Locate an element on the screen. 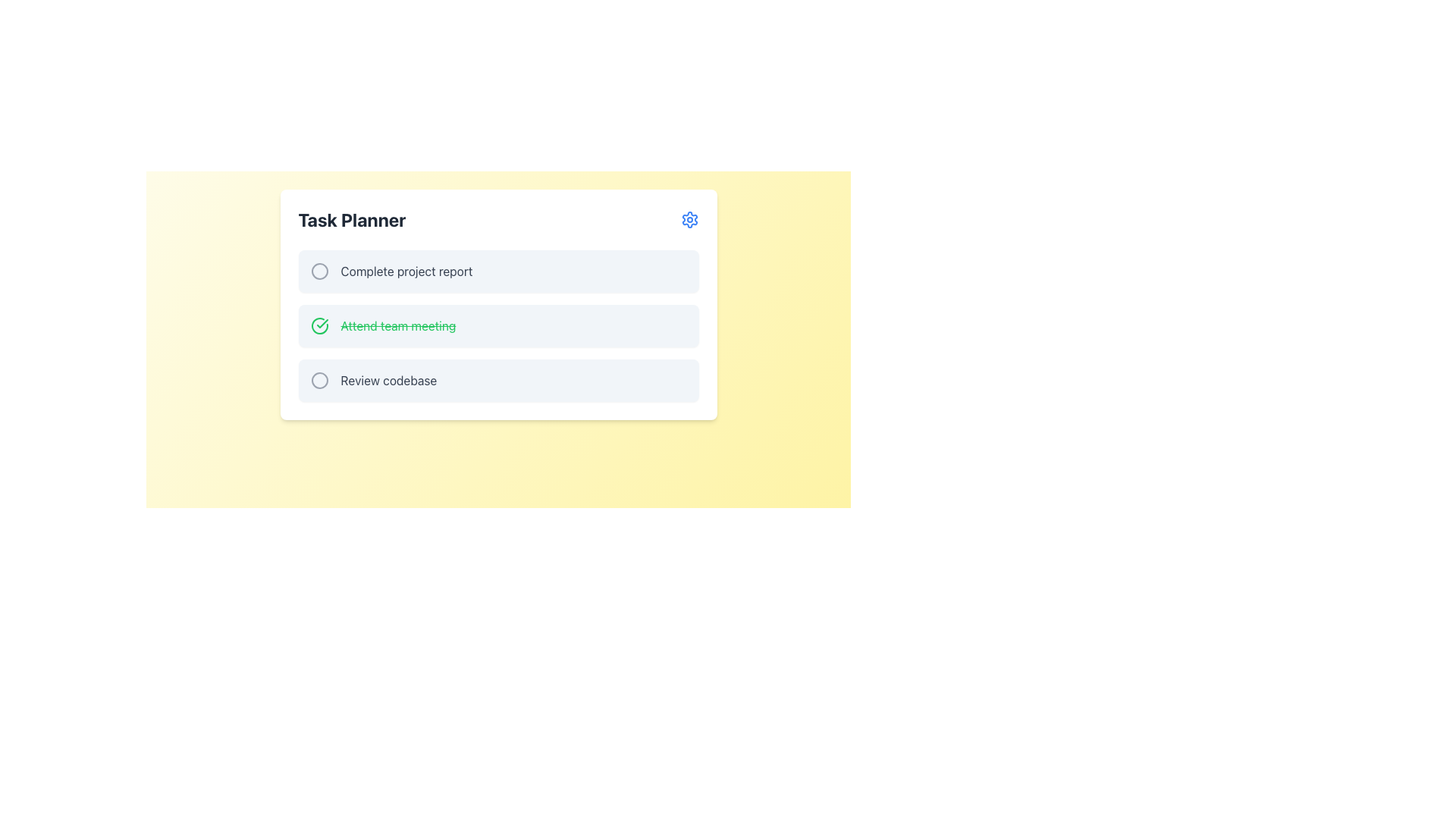 This screenshot has height=819, width=1456. the leftmost icon associated with the 'Attend team meeting' task is located at coordinates (318, 325).